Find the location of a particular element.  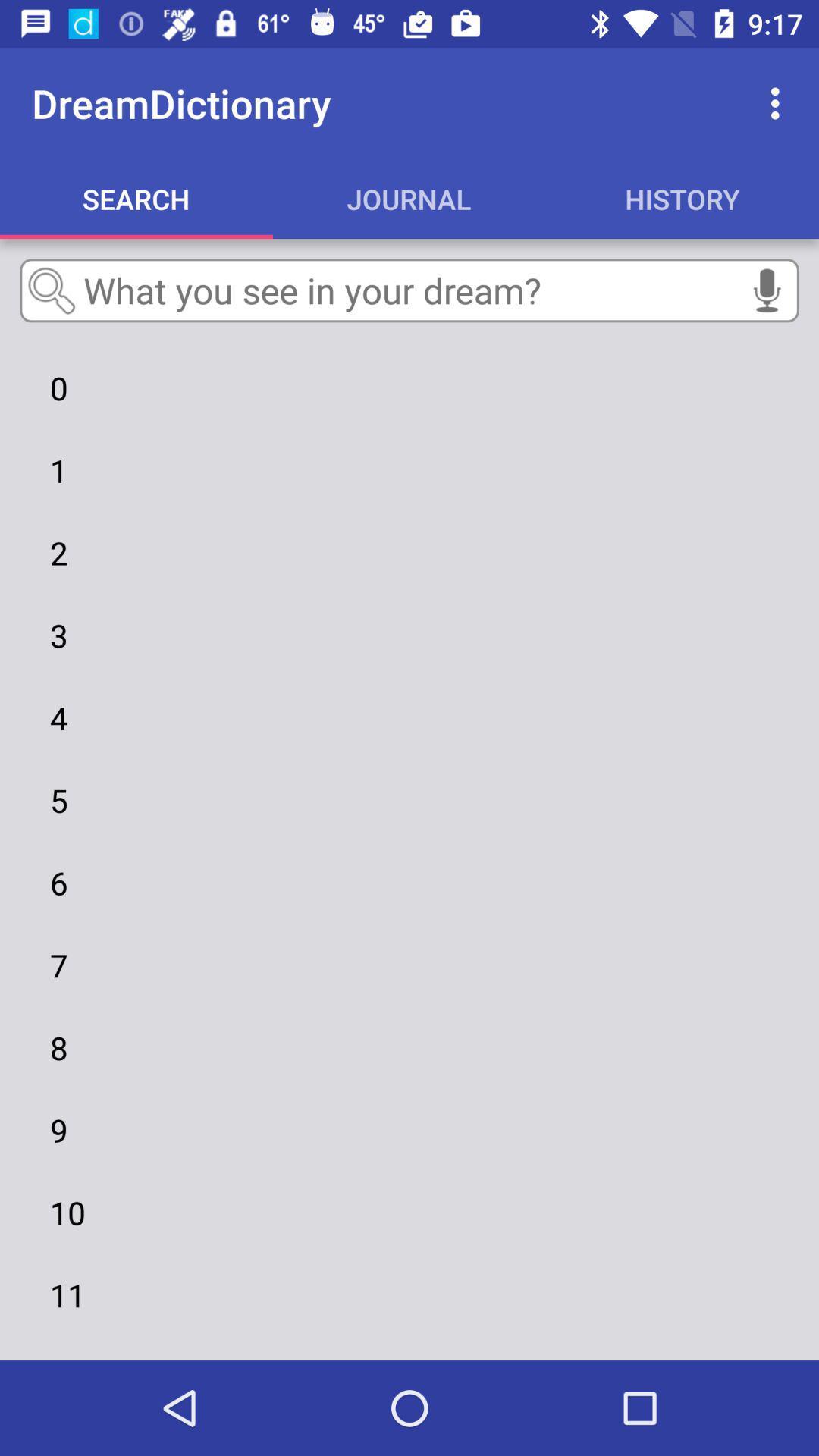

text box just above the numeric 0 is located at coordinates (409, 290).